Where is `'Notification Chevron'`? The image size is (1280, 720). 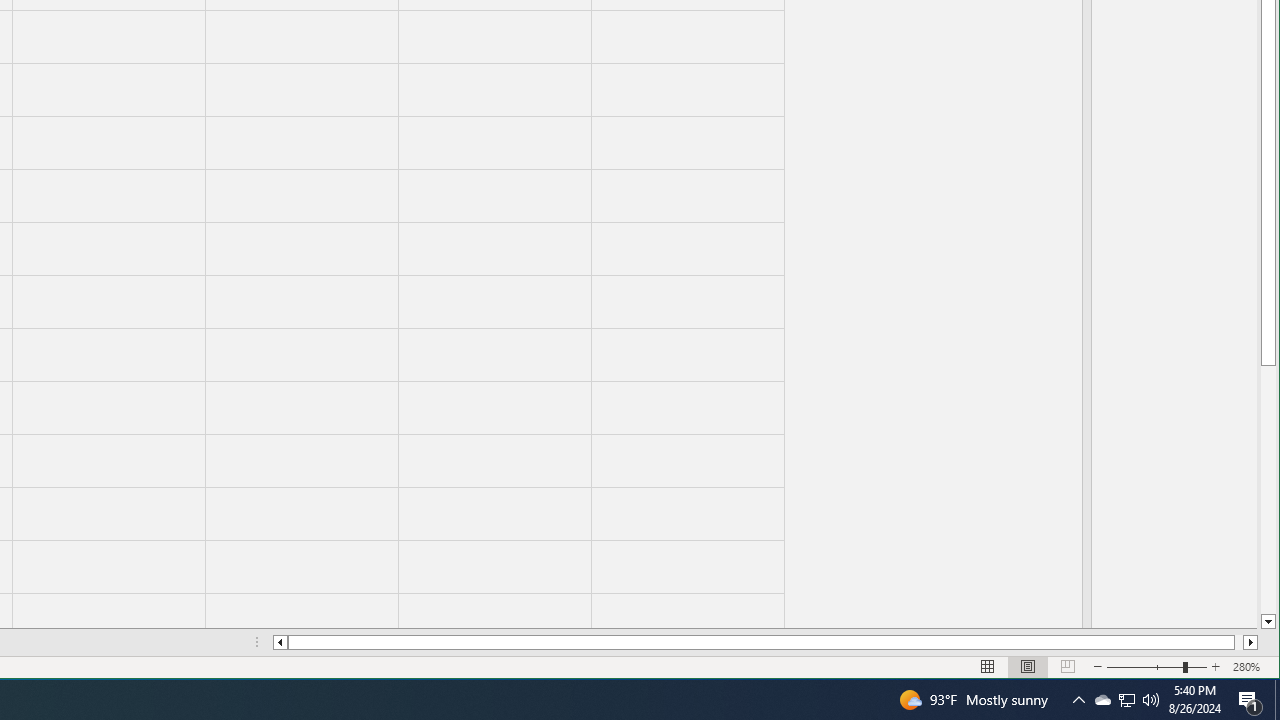 'Notification Chevron' is located at coordinates (1101, 698).